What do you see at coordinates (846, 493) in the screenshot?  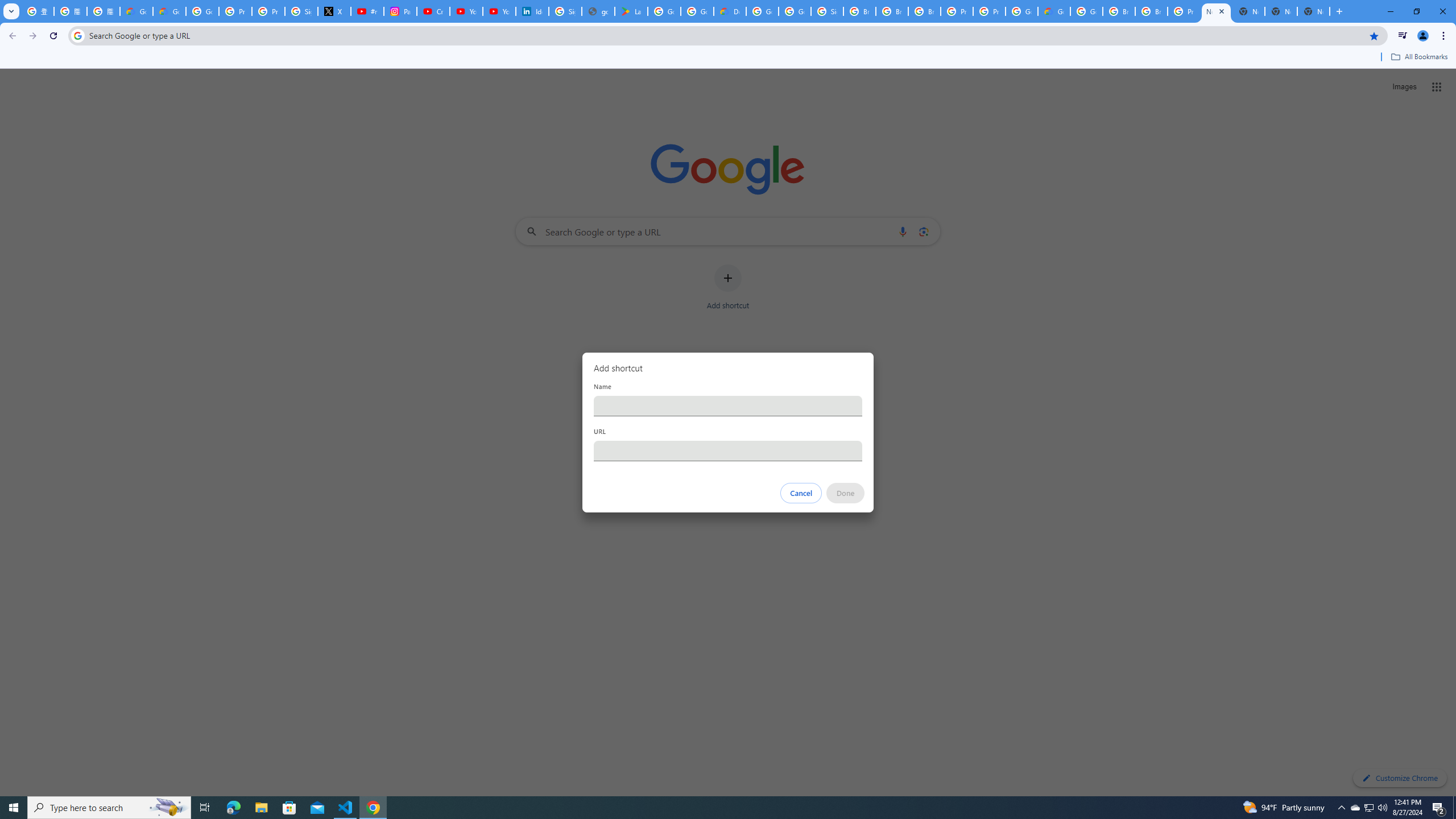 I see `'Done'` at bounding box center [846, 493].